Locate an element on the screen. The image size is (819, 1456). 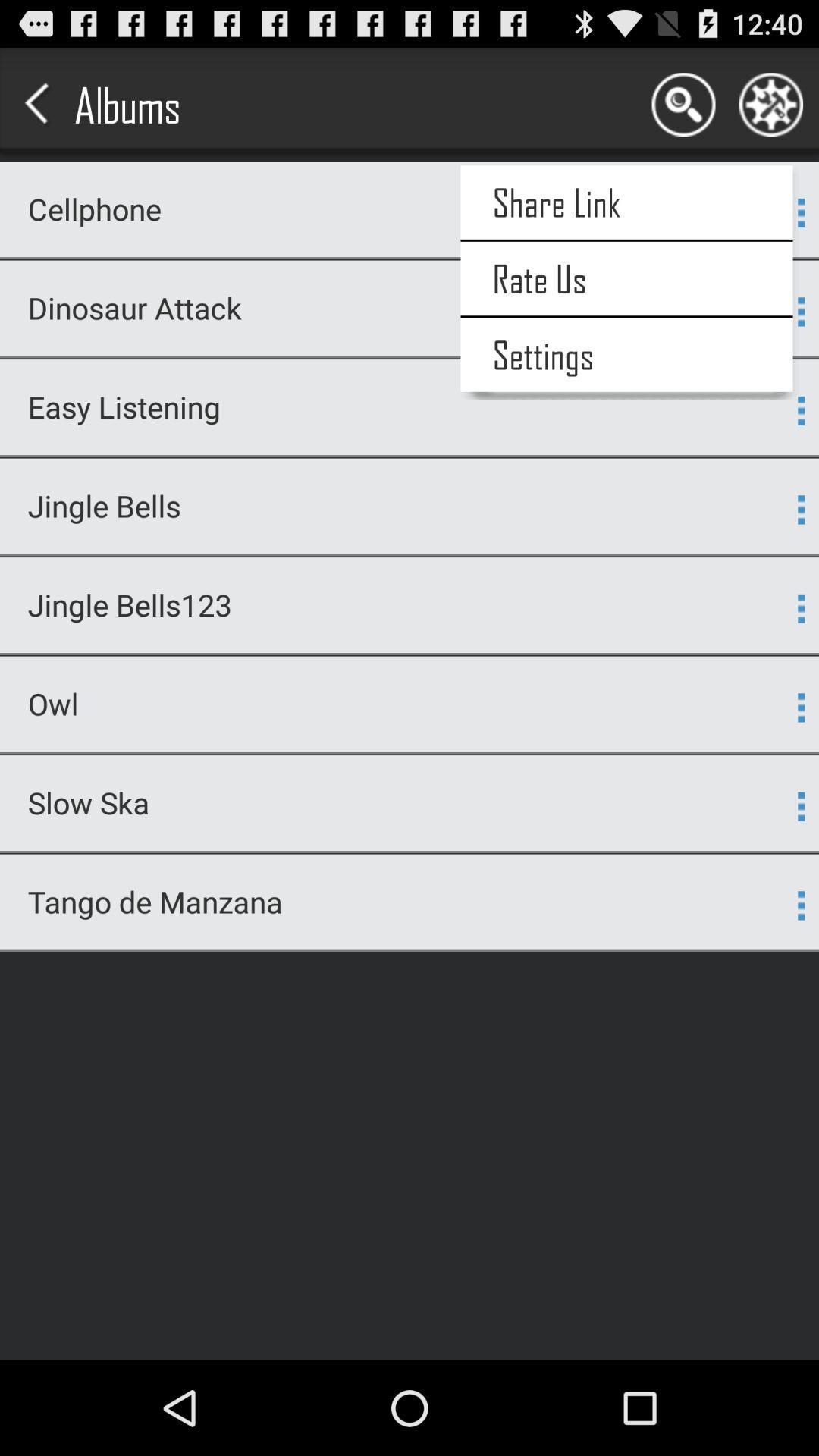
search is located at coordinates (684, 104).